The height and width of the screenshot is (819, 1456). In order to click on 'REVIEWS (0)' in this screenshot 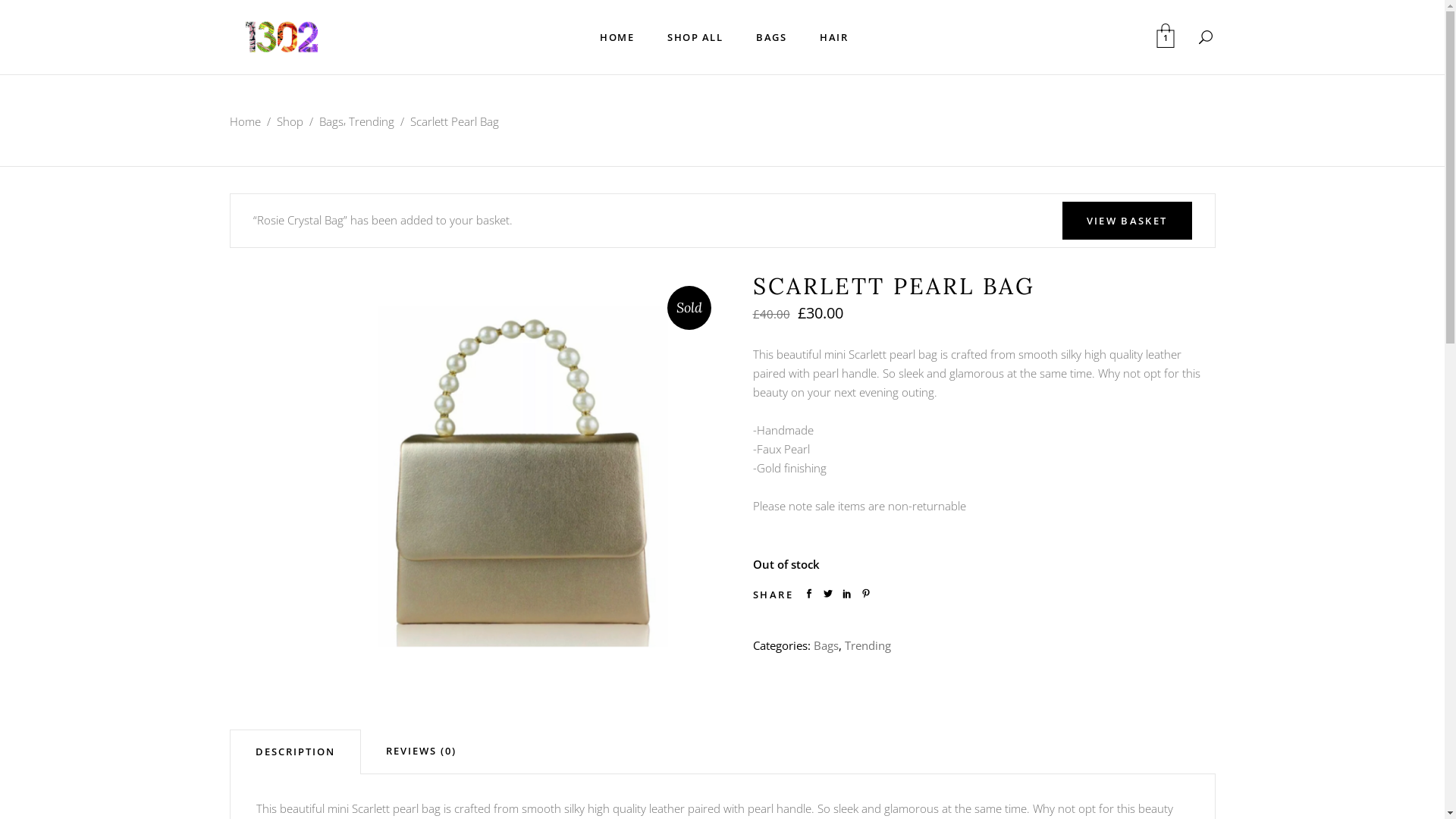, I will do `click(421, 751)`.